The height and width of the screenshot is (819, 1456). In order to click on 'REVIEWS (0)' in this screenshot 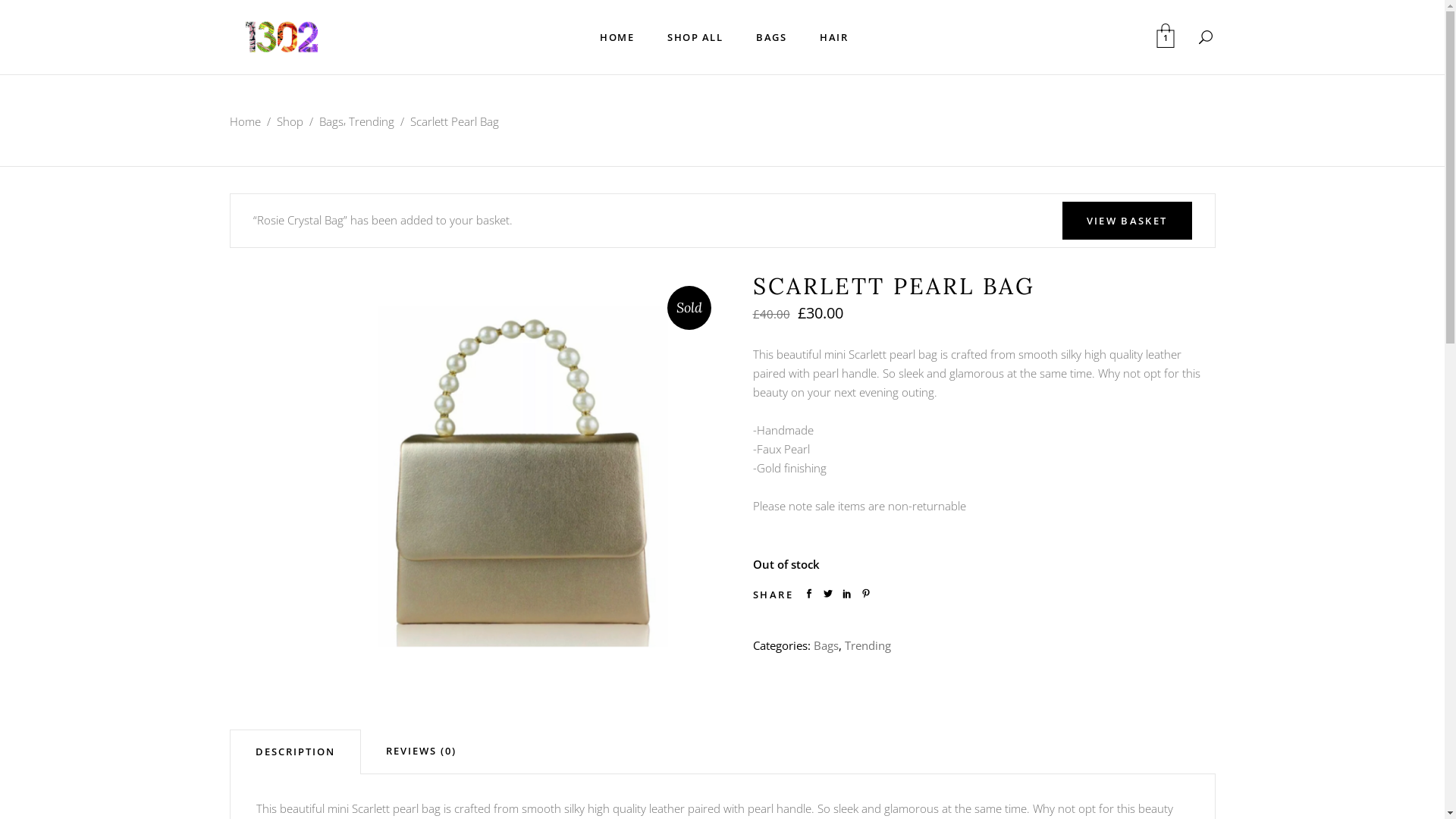, I will do `click(421, 751)`.